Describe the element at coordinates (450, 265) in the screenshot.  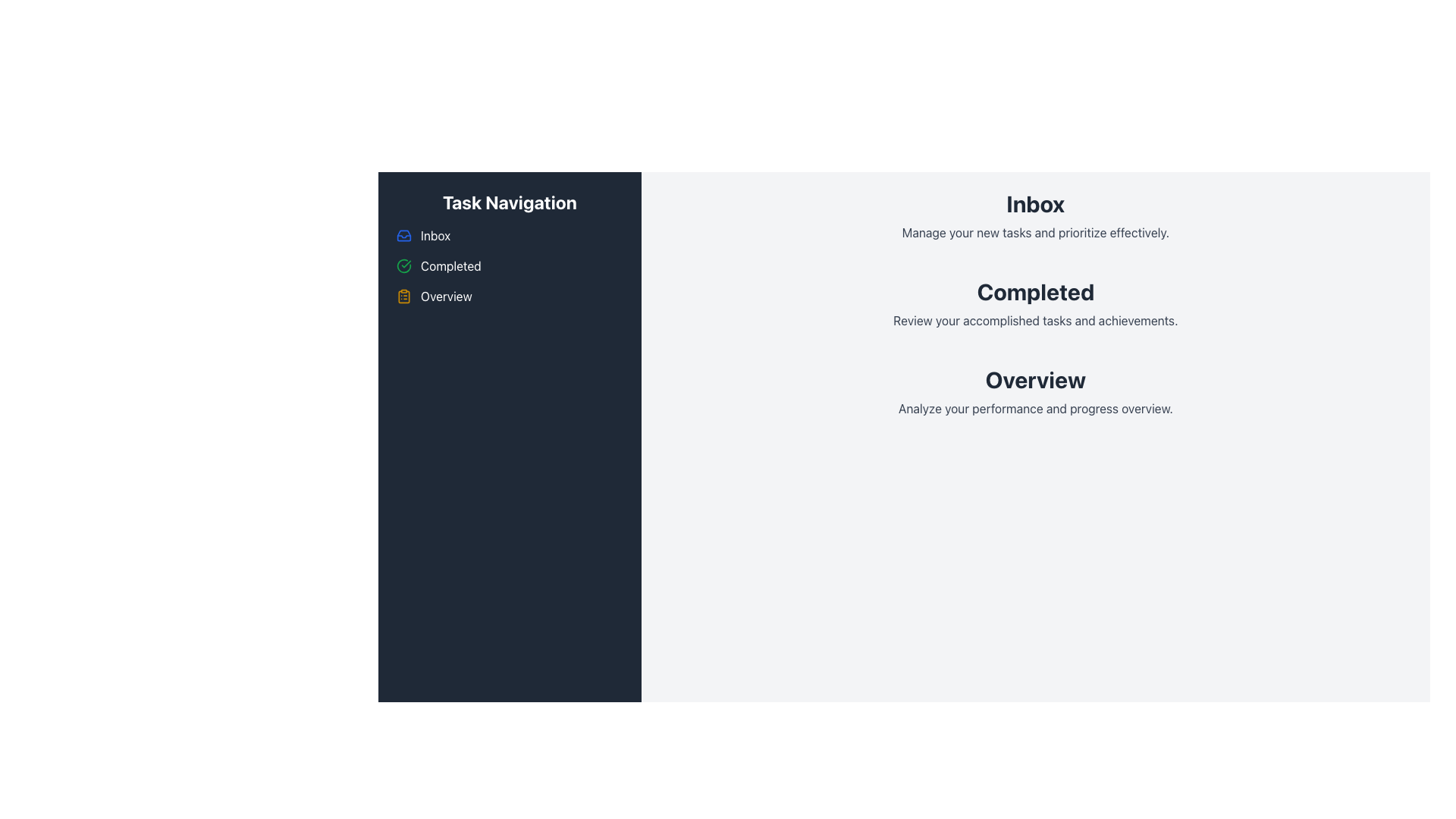
I see `the 'Completed' interactive link located in the left navigation bar, which is styled with a hover effect and positioned between 'Inbox' and 'Overview'` at that location.